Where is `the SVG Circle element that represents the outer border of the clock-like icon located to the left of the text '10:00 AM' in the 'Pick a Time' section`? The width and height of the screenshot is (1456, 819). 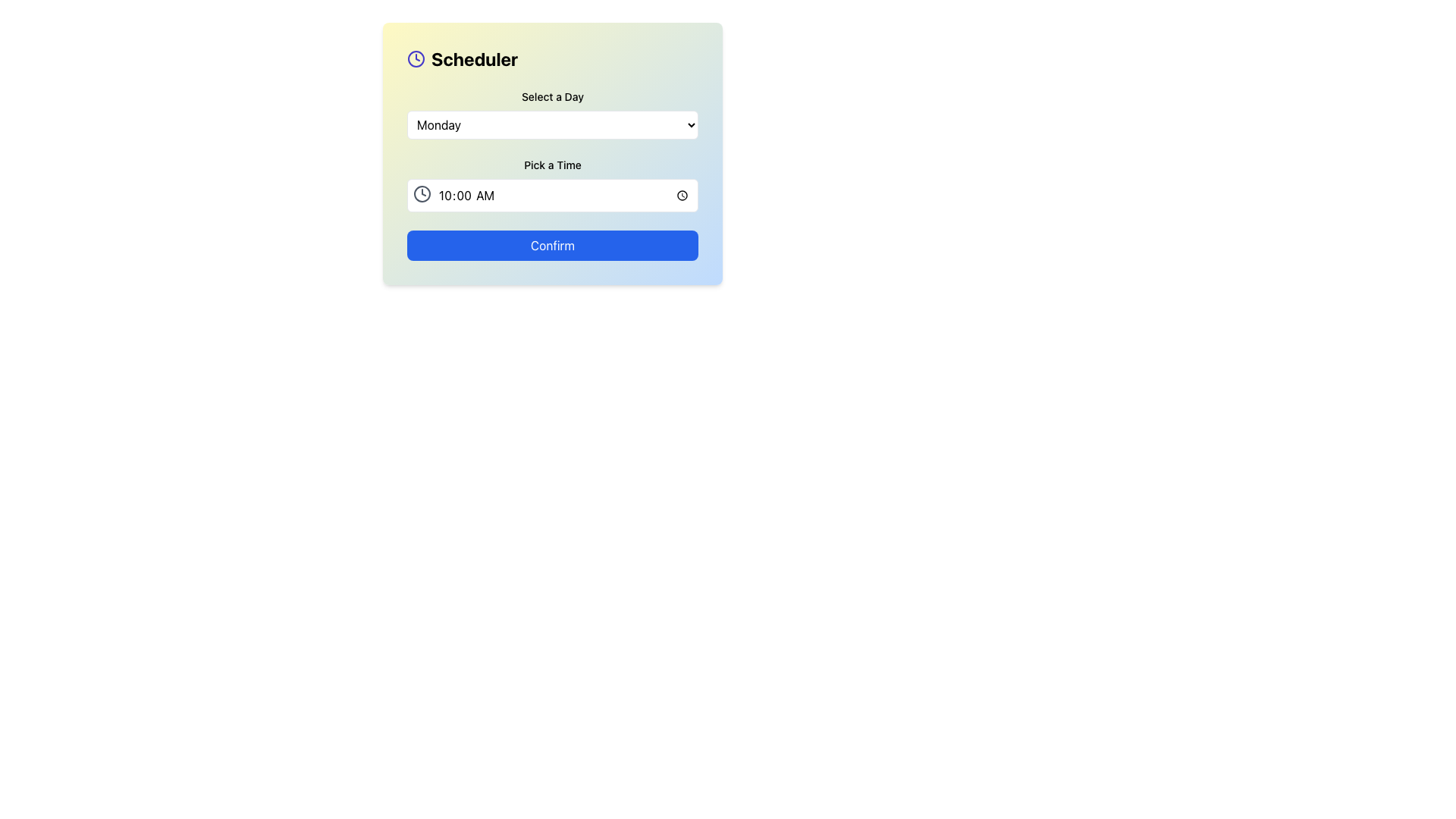
the SVG Circle element that represents the outer border of the clock-like icon located to the left of the text '10:00 AM' in the 'Pick a Time' section is located at coordinates (416, 58).